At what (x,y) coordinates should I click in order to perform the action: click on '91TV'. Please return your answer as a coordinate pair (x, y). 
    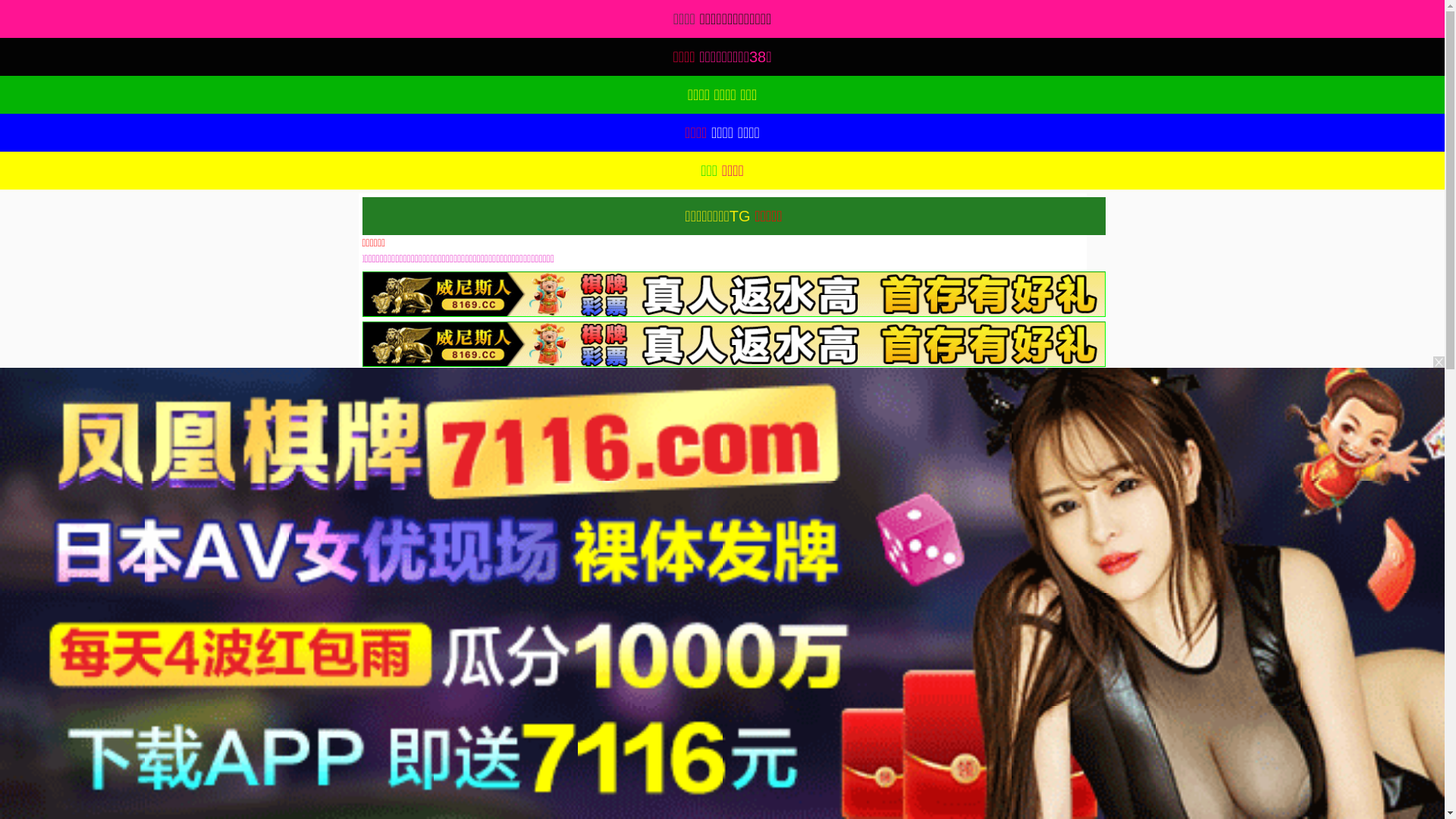
    Looking at the image, I should click on (1241, 593).